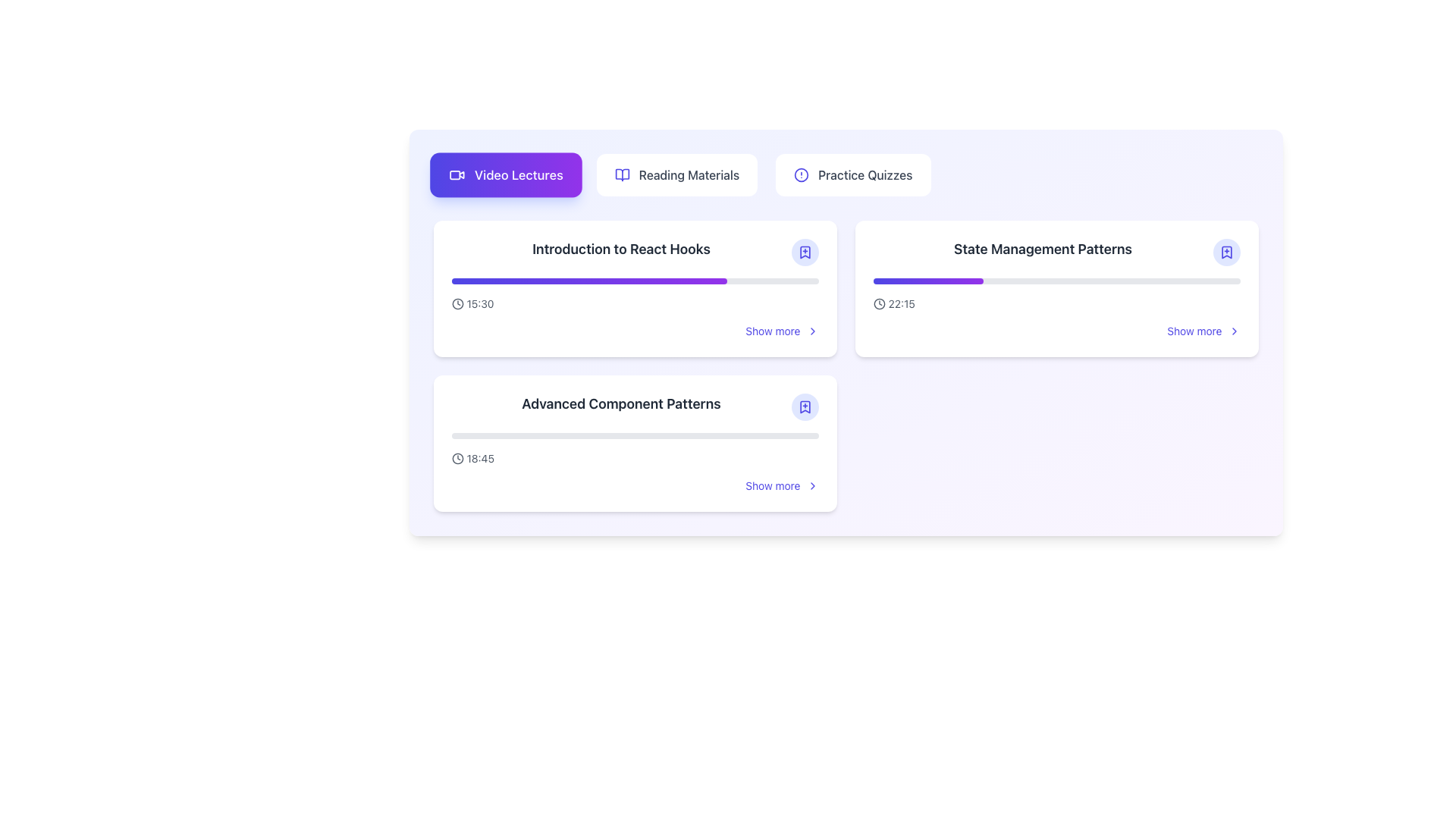 The width and height of the screenshot is (1456, 819). What do you see at coordinates (1042, 248) in the screenshot?
I see `the text label displaying the title 'State Management Patterns' located in the rightmost card in a row of three cards, positioned in the right-top portion of the card above the progress bar` at bounding box center [1042, 248].